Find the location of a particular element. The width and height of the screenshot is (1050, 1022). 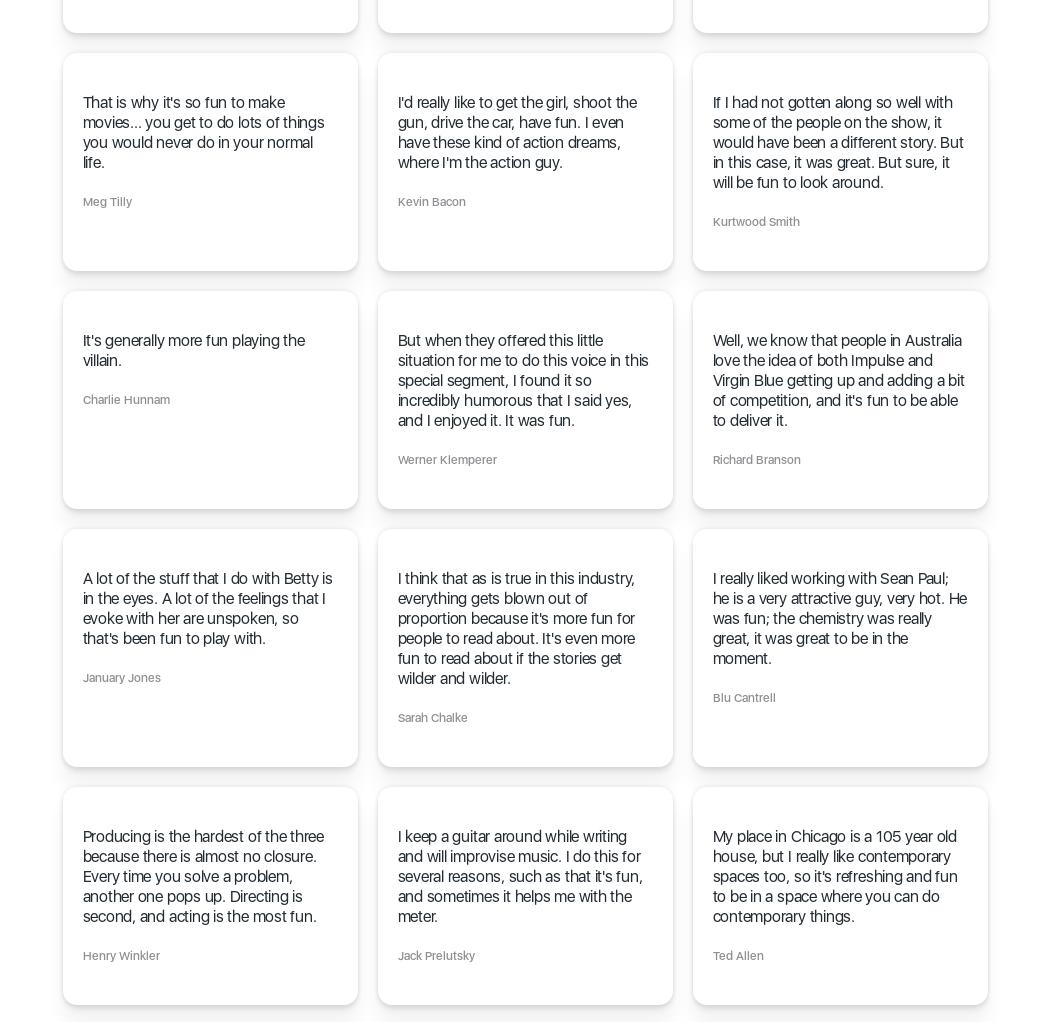

'I'd really like to get the girl, shoot the gun, drive the car, have fun. I even have these kind of action dreams, where I'm the action guy.' is located at coordinates (515, 132).